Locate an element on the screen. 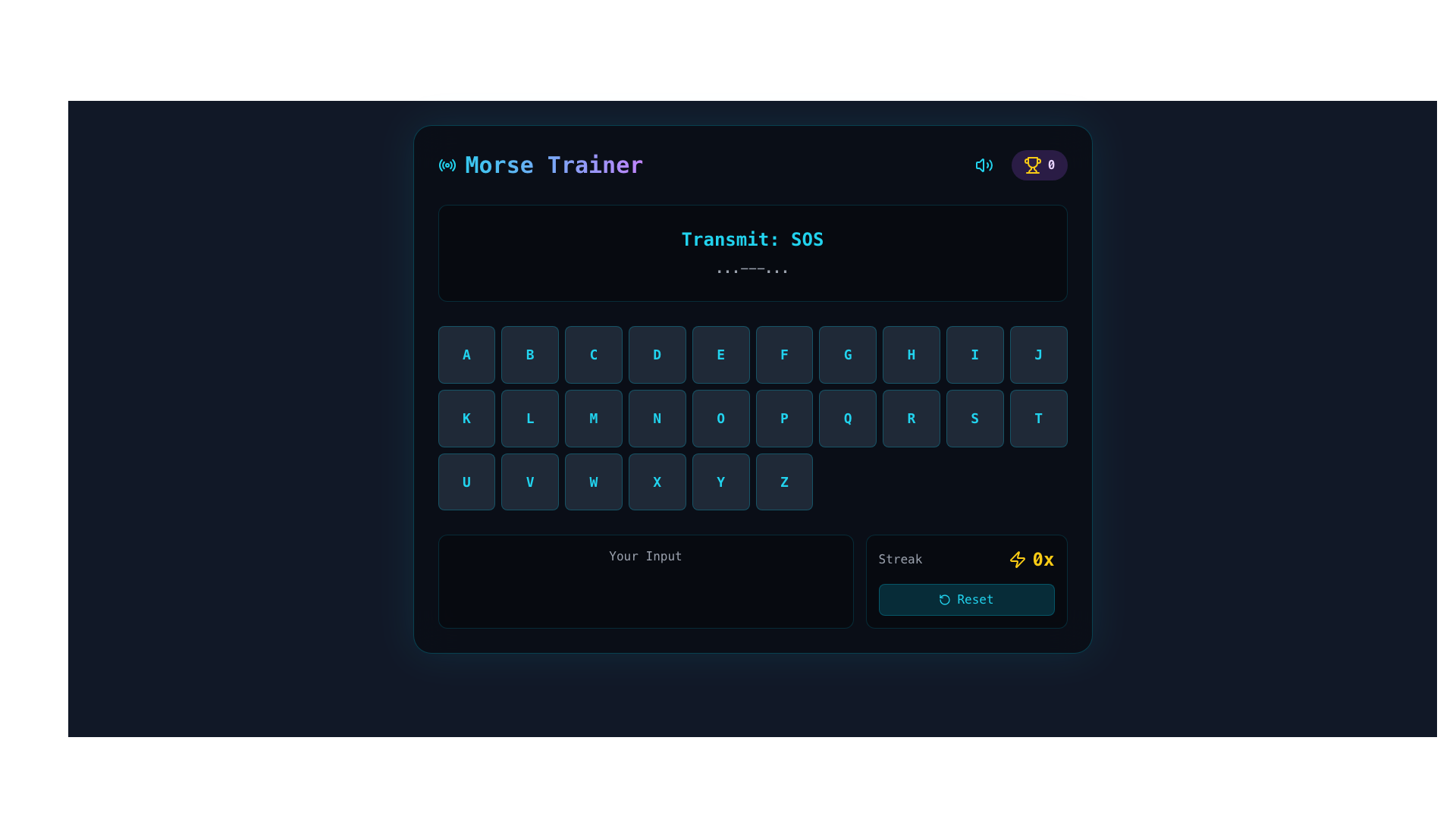 Image resolution: width=1456 pixels, height=819 pixels. the square-shaped button with a rounded corner design that has a dark gray background, cyan border, and displays the letter 'H' in cyan, located in the first row of alphabetic buttons between 'G' and 'I' is located at coordinates (910, 354).